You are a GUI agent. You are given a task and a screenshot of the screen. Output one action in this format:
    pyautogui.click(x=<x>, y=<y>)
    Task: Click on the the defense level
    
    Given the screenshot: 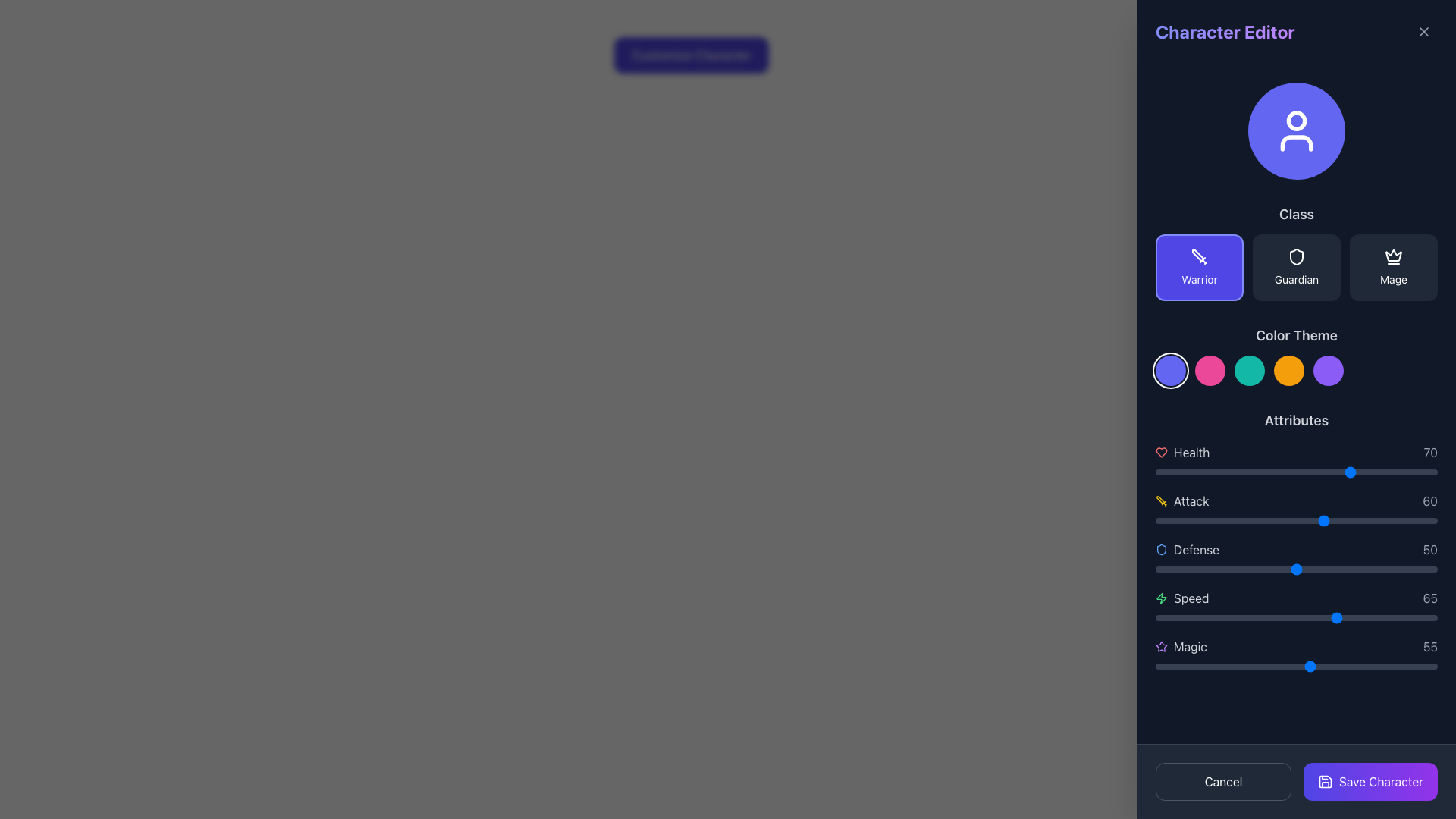 What is the action you would take?
    pyautogui.click(x=1364, y=570)
    